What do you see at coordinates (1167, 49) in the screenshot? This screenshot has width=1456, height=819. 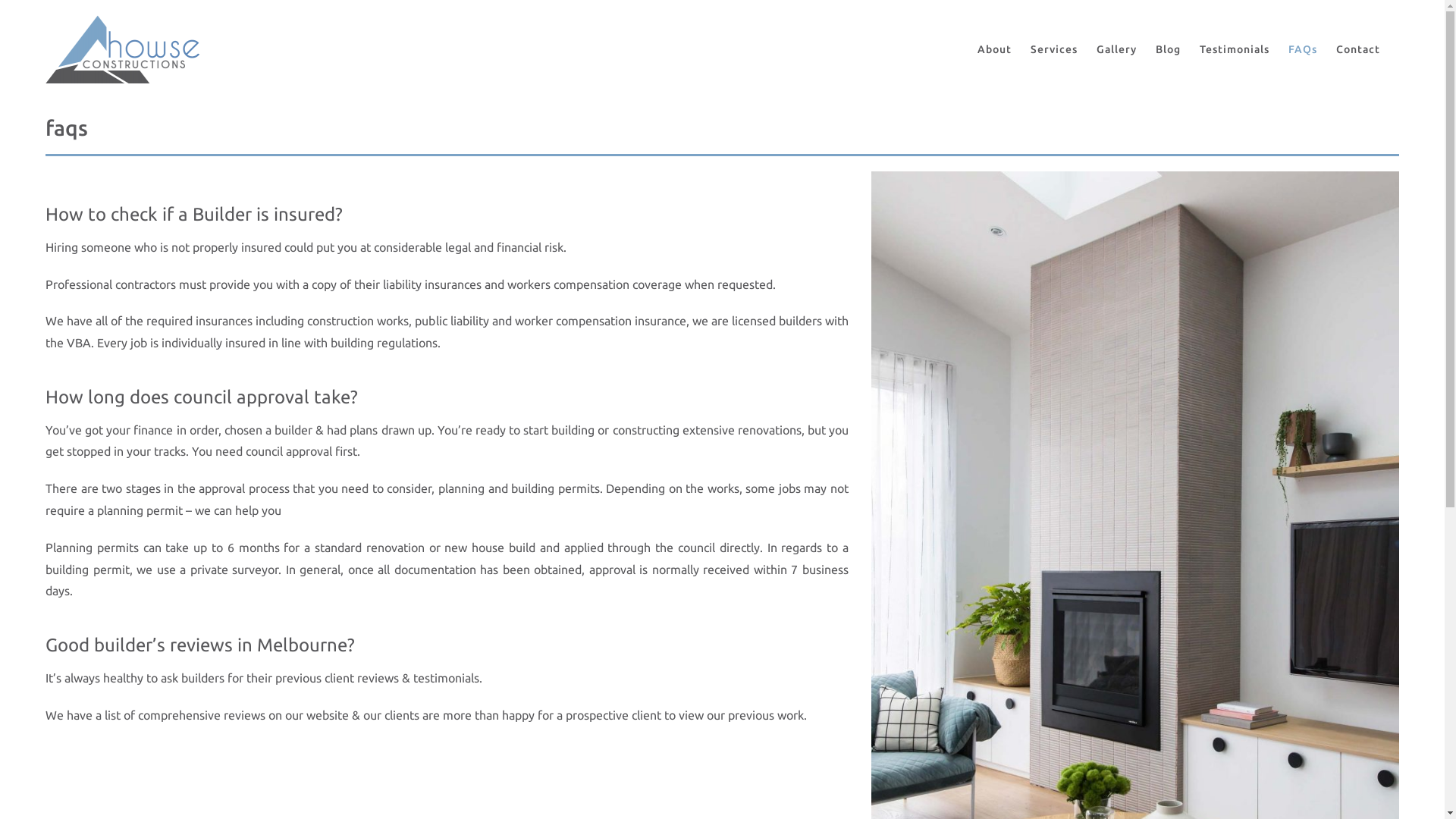 I see `'Blog'` at bounding box center [1167, 49].